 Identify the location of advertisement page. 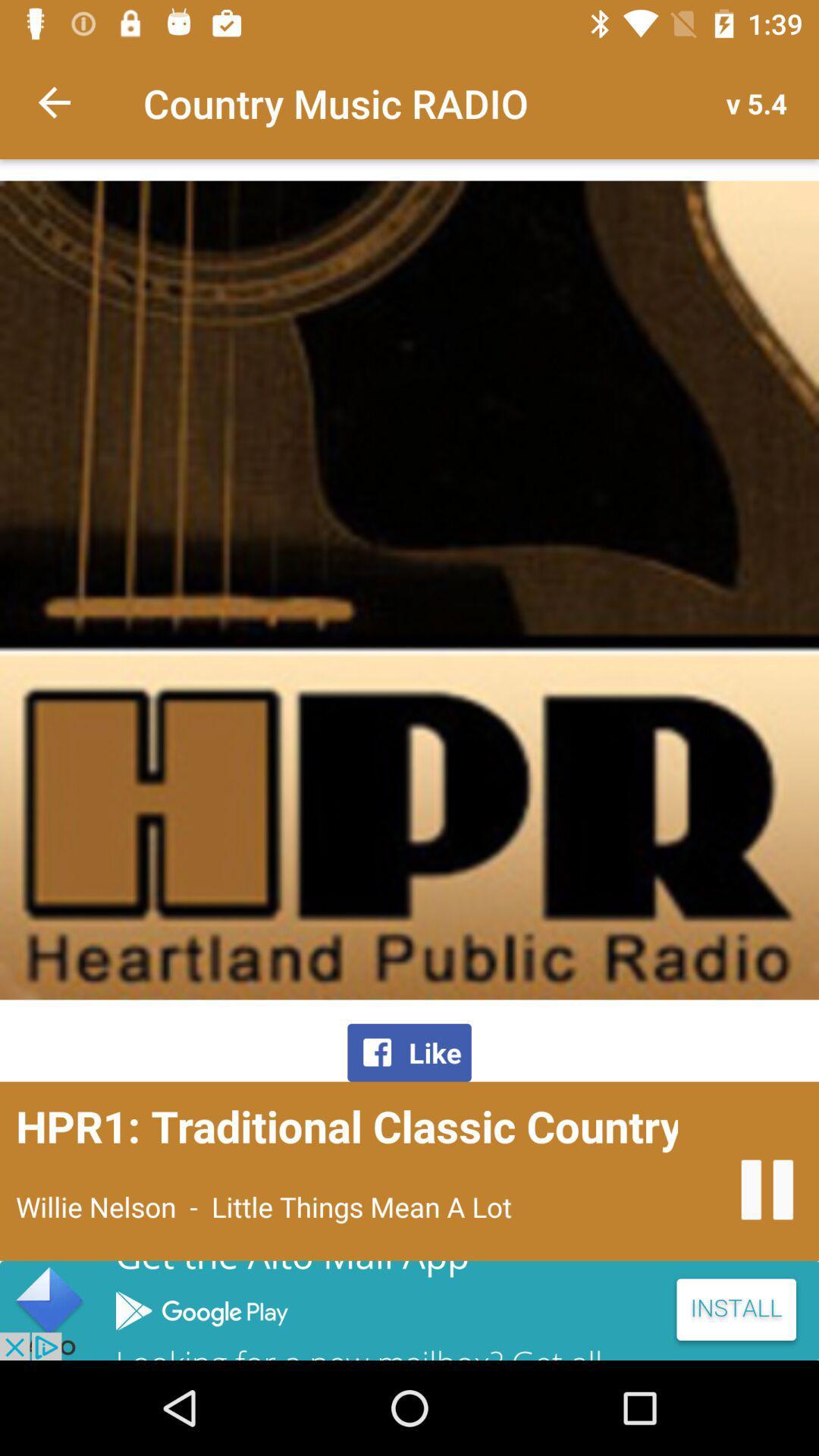
(409, 1310).